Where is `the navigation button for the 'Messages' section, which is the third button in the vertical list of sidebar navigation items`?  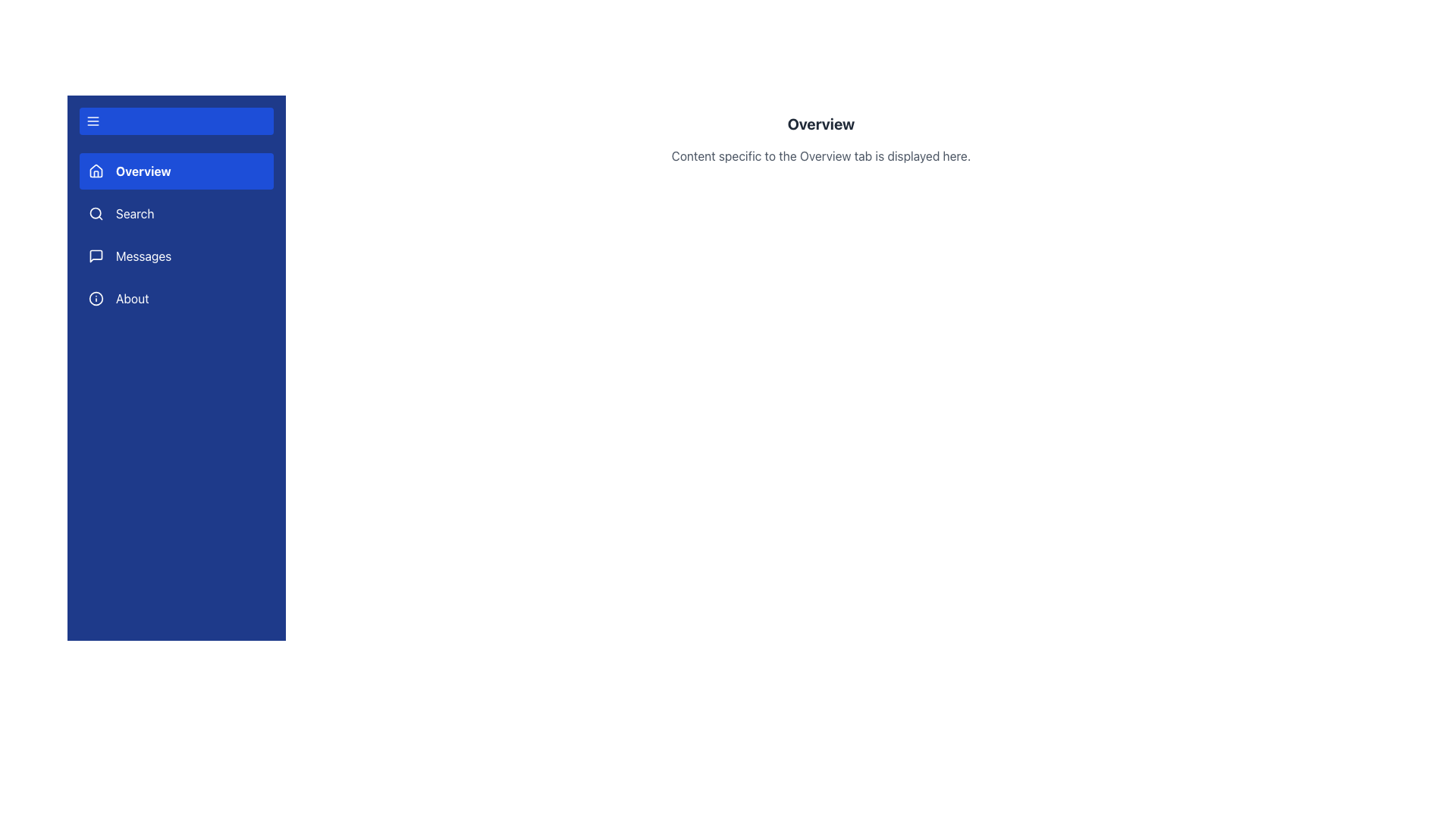
the navigation button for the 'Messages' section, which is the third button in the vertical list of sidebar navigation items is located at coordinates (177, 256).